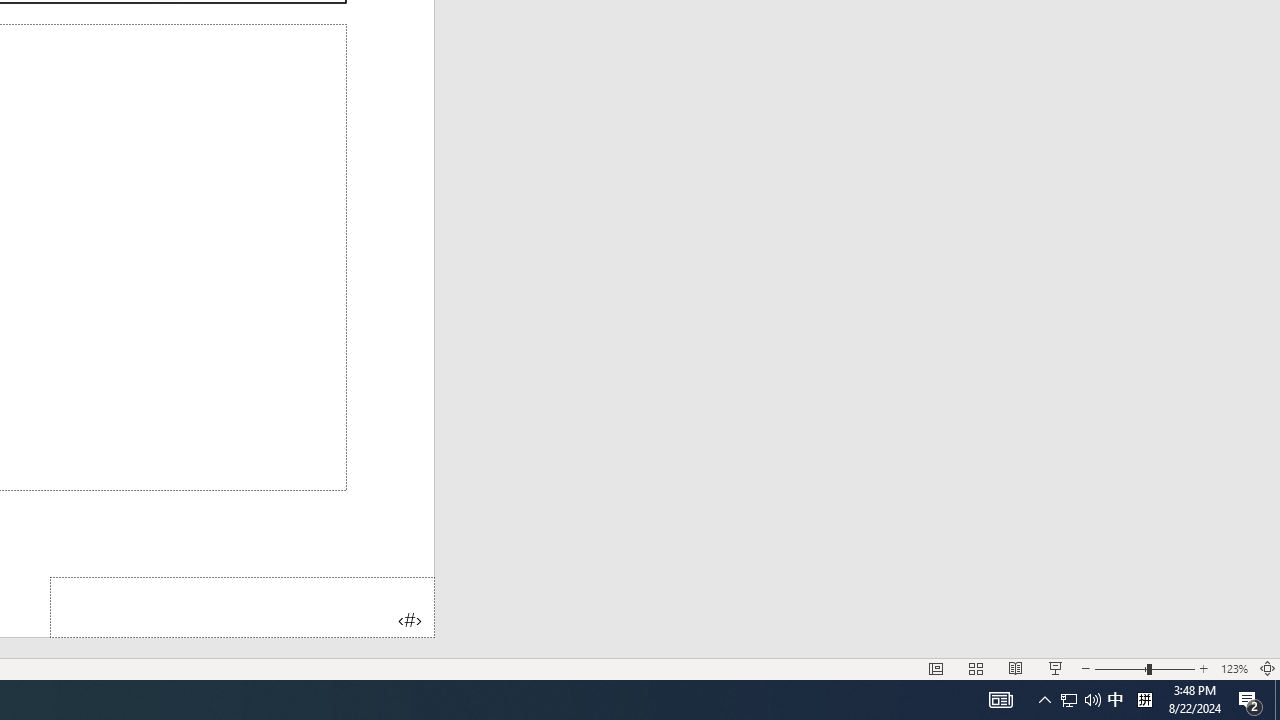 The image size is (1280, 720). What do you see at coordinates (1233, 669) in the screenshot?
I see `'Zoom 123%'` at bounding box center [1233, 669].